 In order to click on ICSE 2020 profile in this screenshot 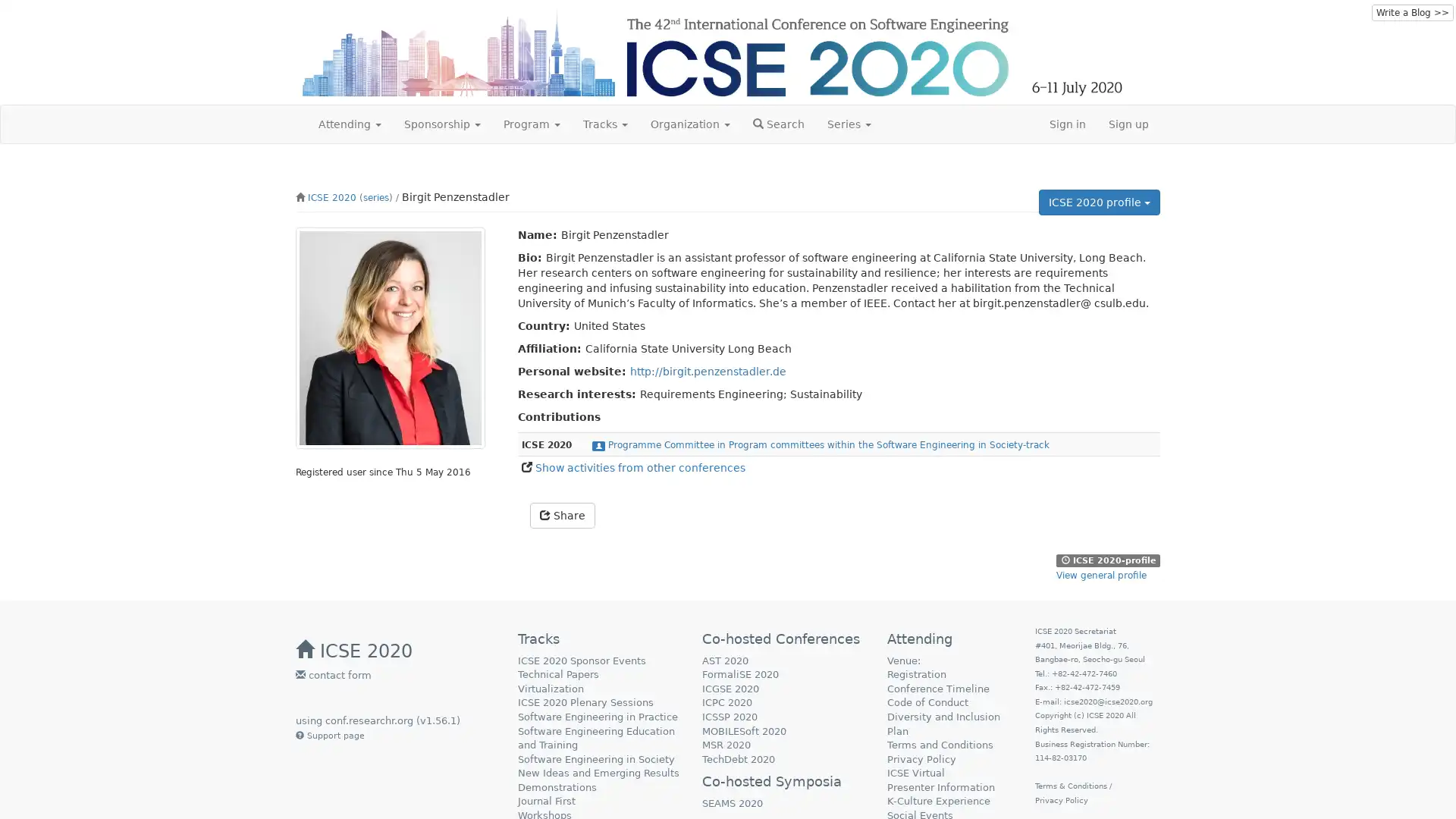, I will do `click(1099, 201)`.